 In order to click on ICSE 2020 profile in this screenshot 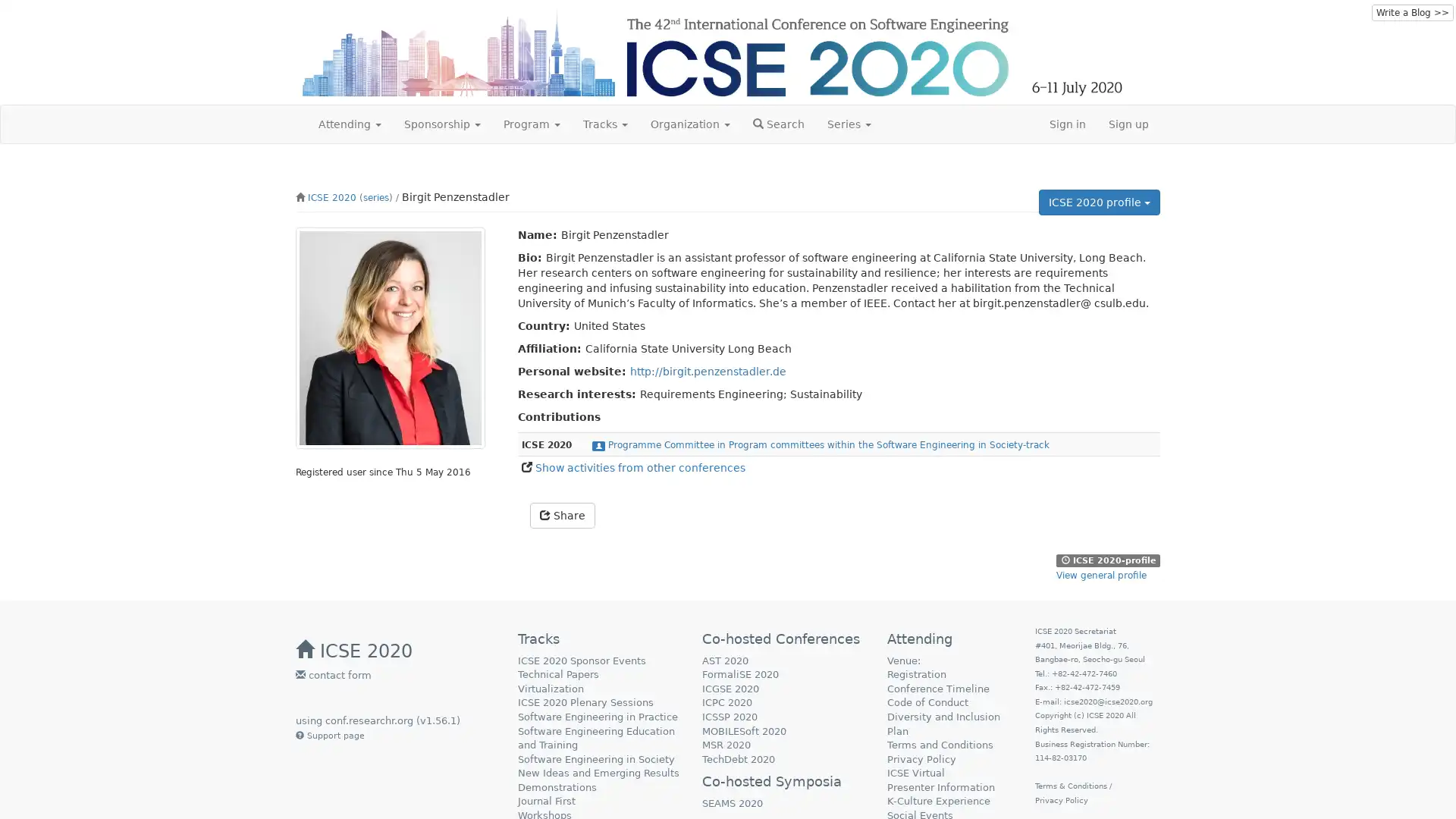, I will do `click(1099, 201)`.